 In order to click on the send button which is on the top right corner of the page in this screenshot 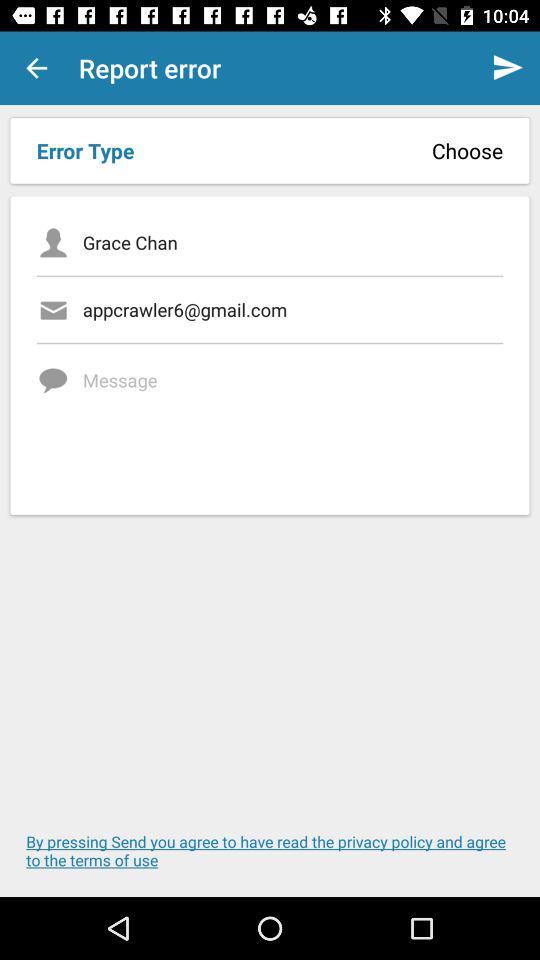, I will do `click(508, 68)`.